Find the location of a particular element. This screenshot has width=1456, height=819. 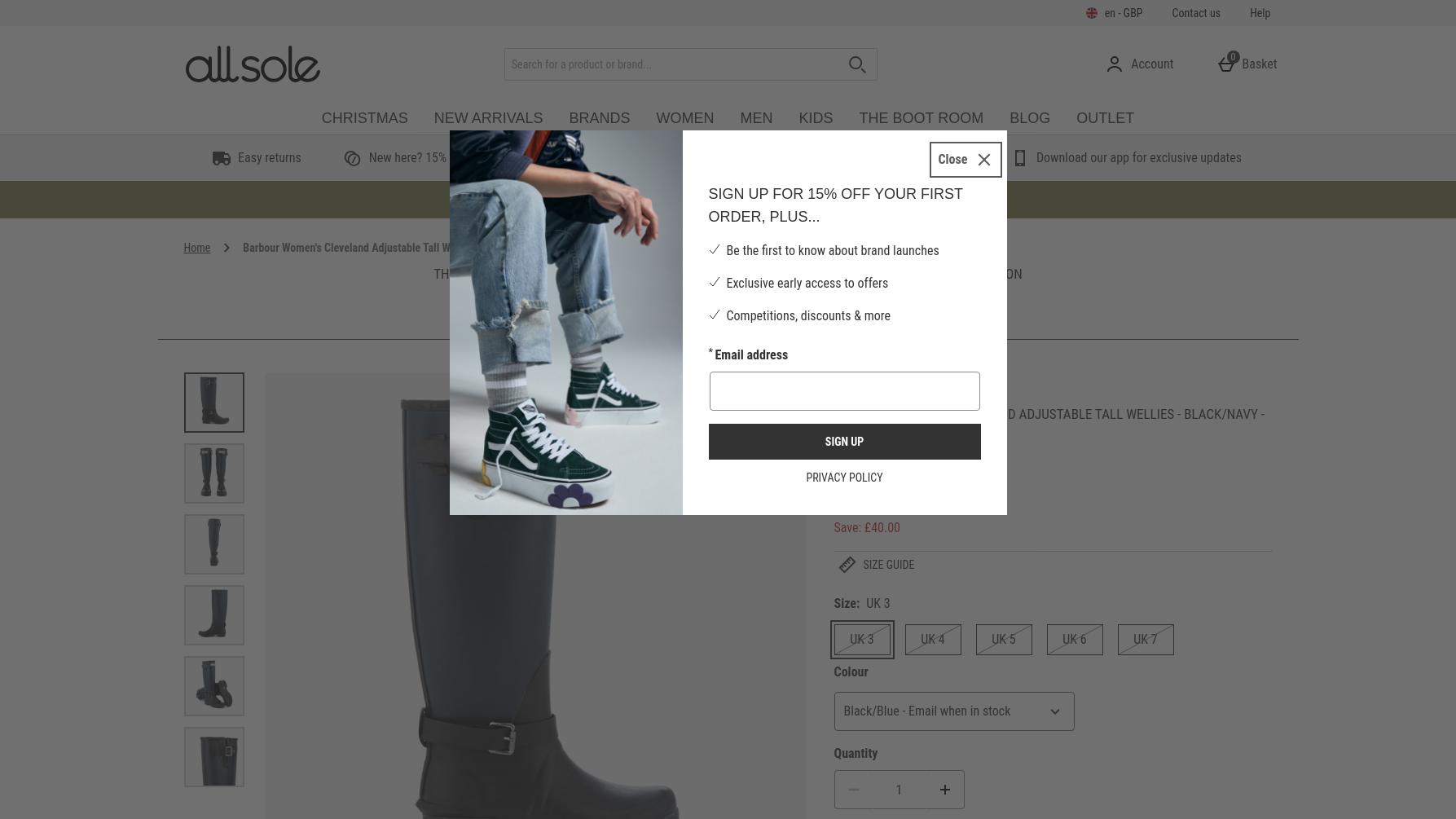

'Save:' is located at coordinates (847, 526).